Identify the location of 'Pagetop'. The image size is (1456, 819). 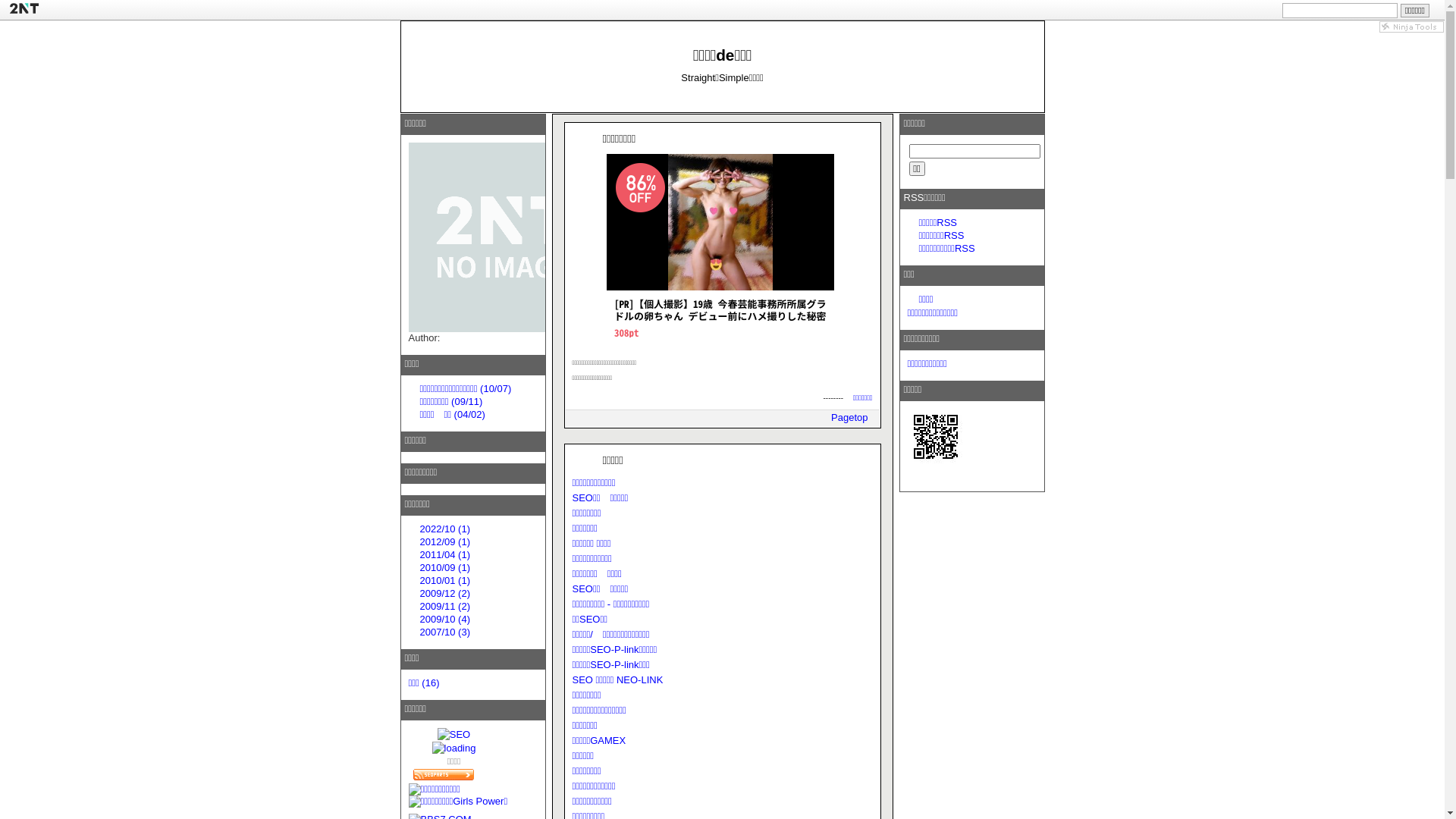
(848, 417).